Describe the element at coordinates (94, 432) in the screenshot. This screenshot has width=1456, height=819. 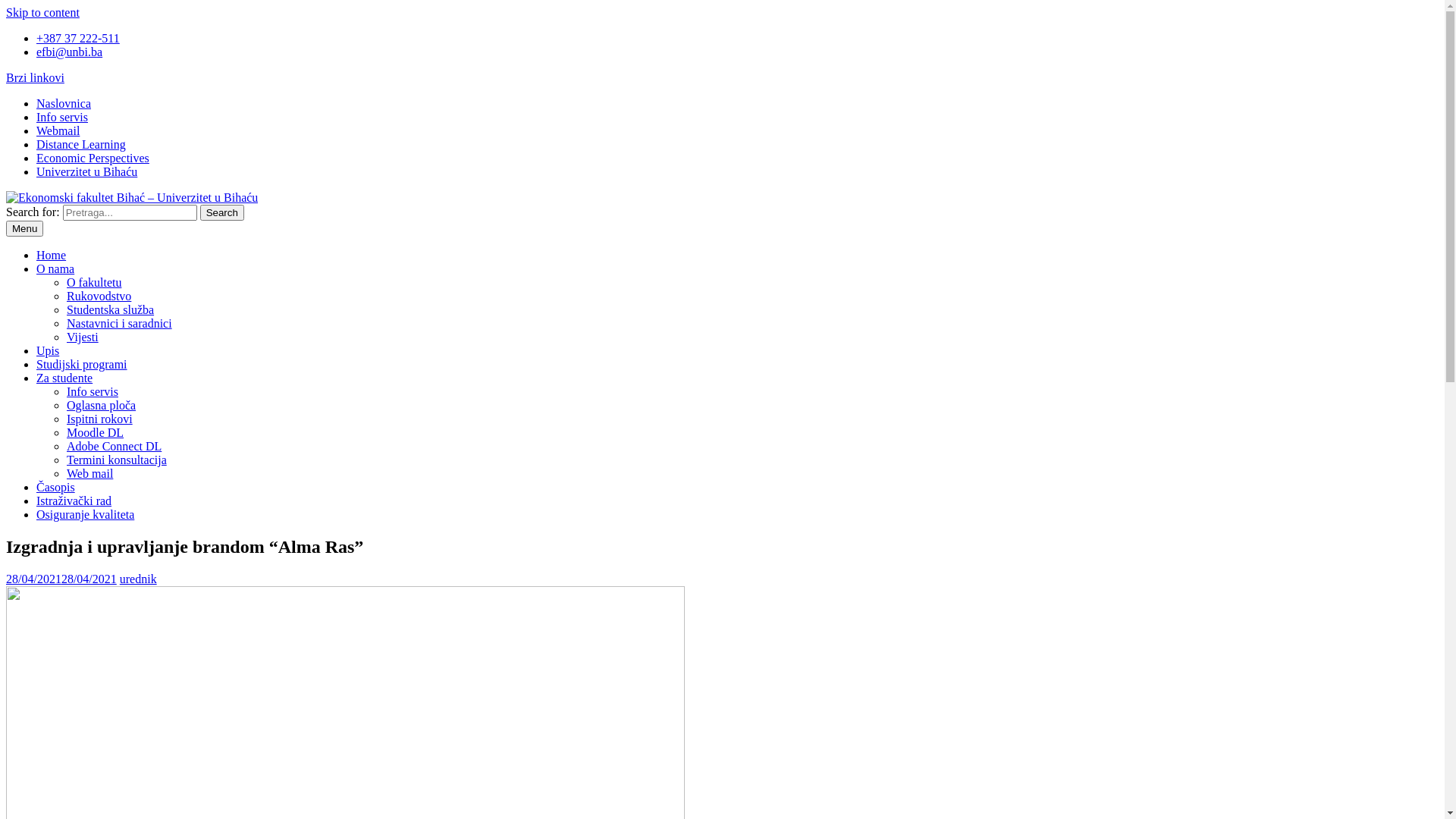
I see `'Moodle DL'` at that location.